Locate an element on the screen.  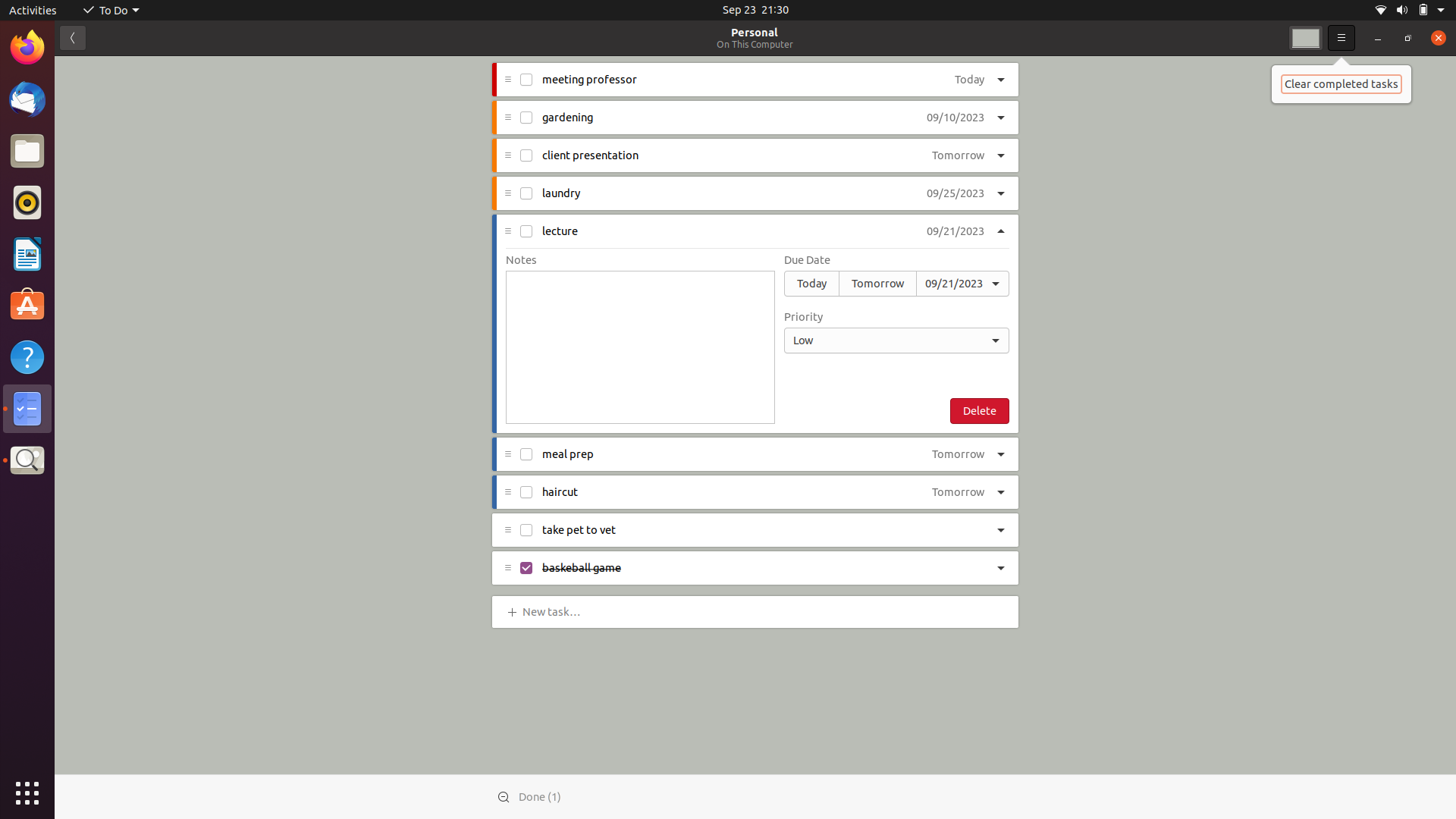
Increase the "meal prep" task priority to high is located at coordinates (1003, 453).